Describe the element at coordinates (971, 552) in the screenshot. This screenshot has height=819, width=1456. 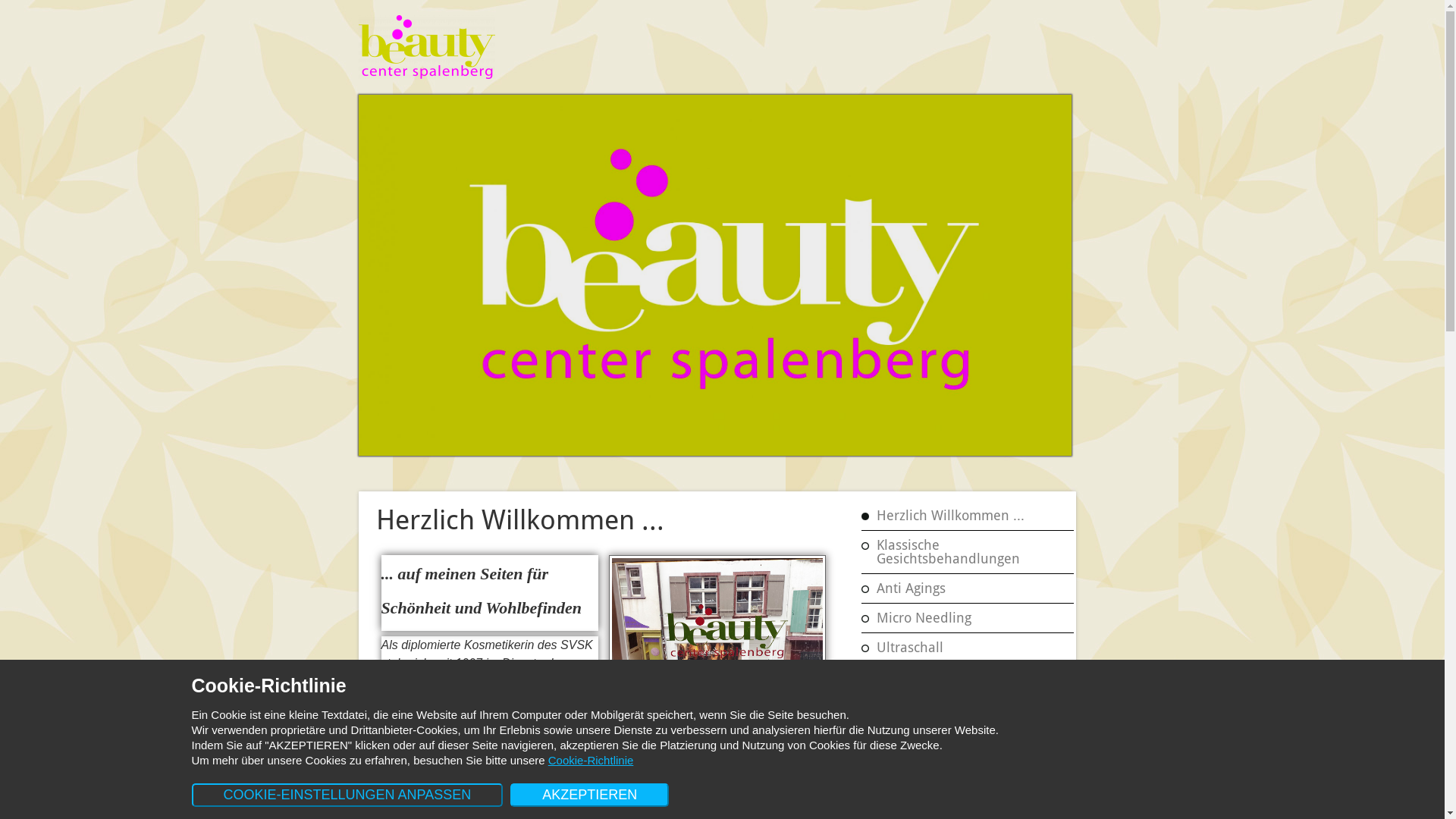
I see `'Klassische Gesichtsbehandlungen'` at that location.